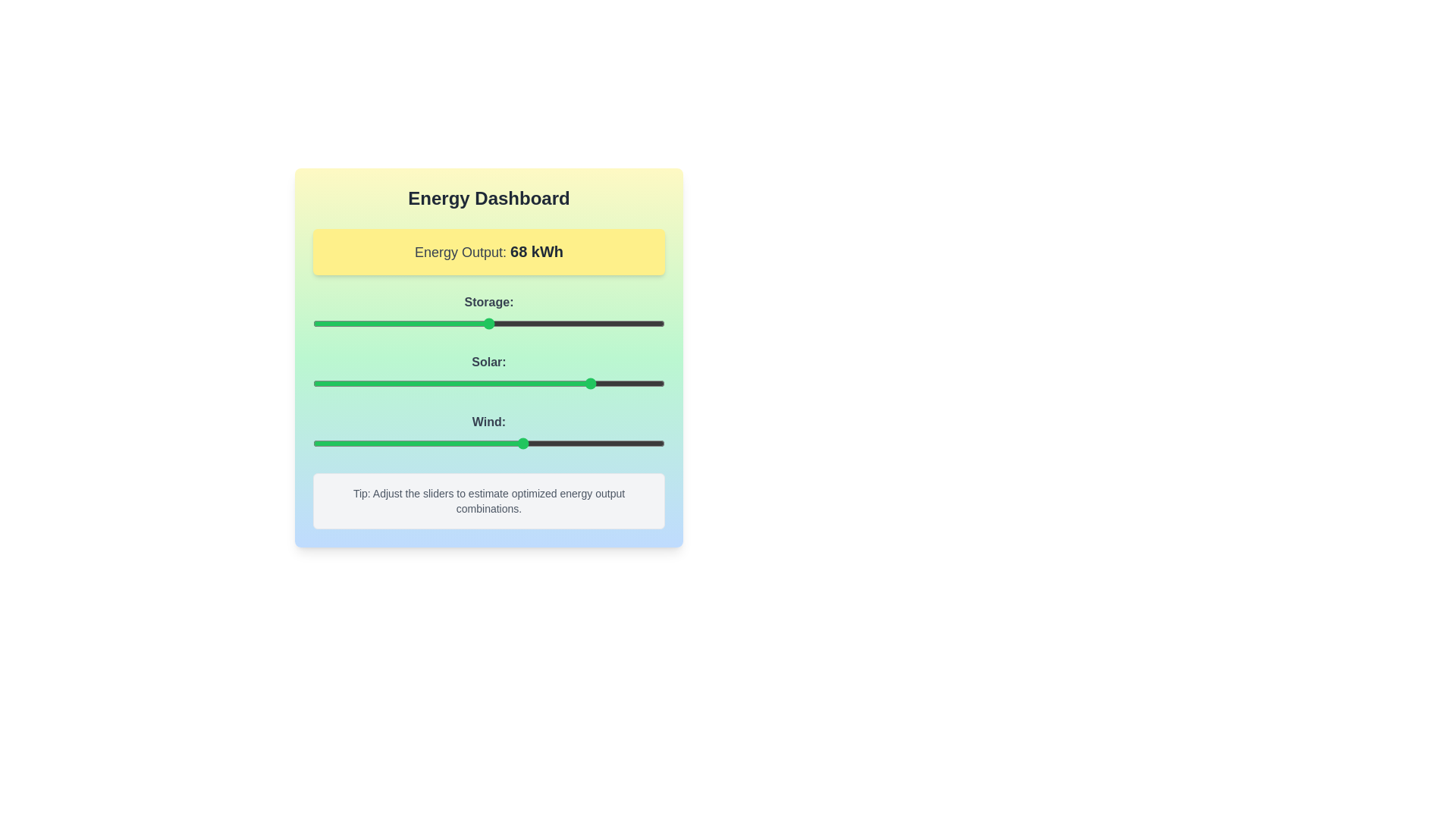  Describe the element at coordinates (394, 444) in the screenshot. I see `the 'Wind' slider to set its value to 23` at that location.